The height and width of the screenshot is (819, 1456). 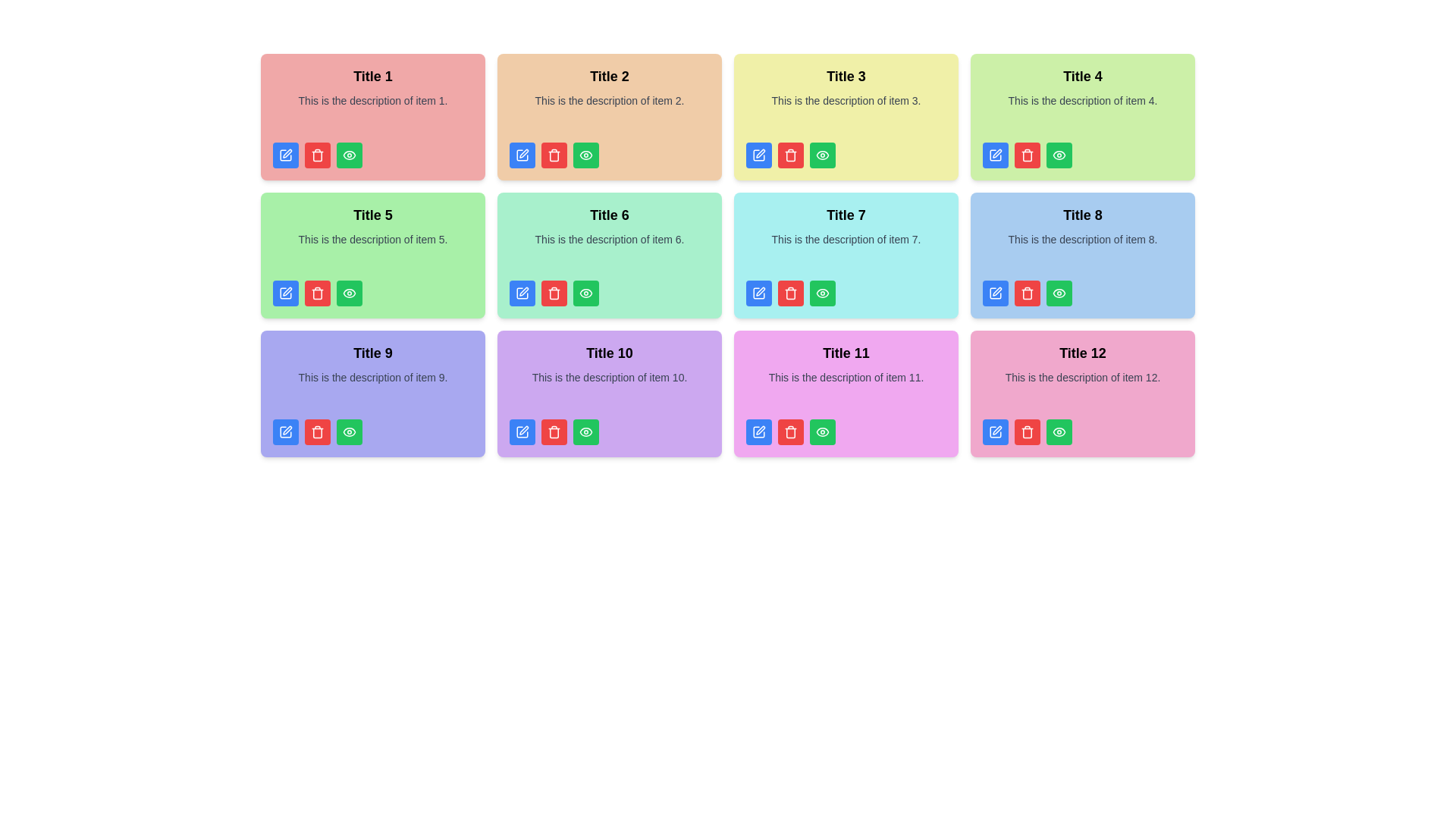 What do you see at coordinates (996, 155) in the screenshot?
I see `the edit button located in the action button row of the card labeled 'Title 4', which is the leftmost button directly beneath the description text` at bounding box center [996, 155].